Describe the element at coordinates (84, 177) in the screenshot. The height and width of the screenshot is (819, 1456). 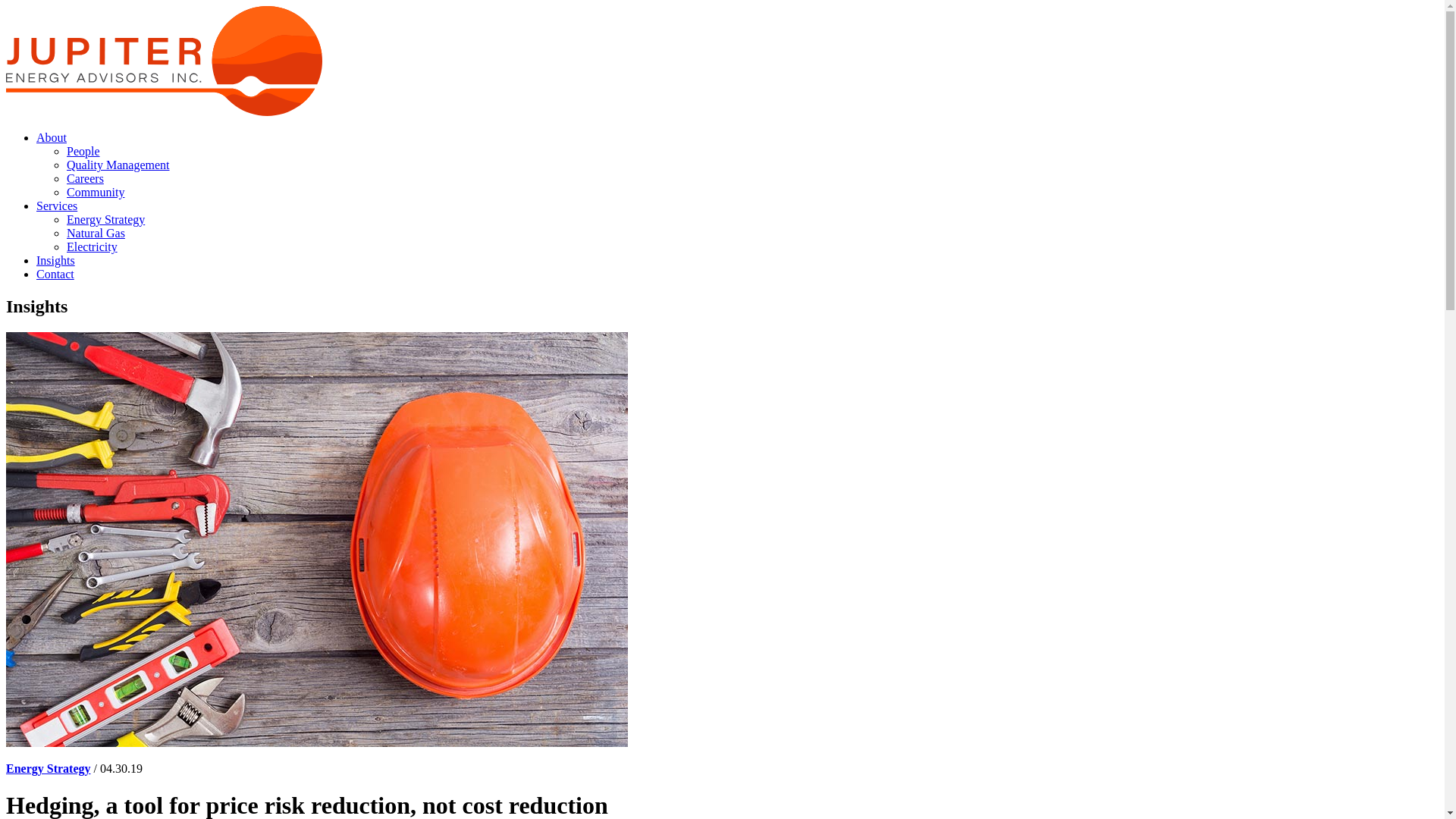
I see `'Careers'` at that location.